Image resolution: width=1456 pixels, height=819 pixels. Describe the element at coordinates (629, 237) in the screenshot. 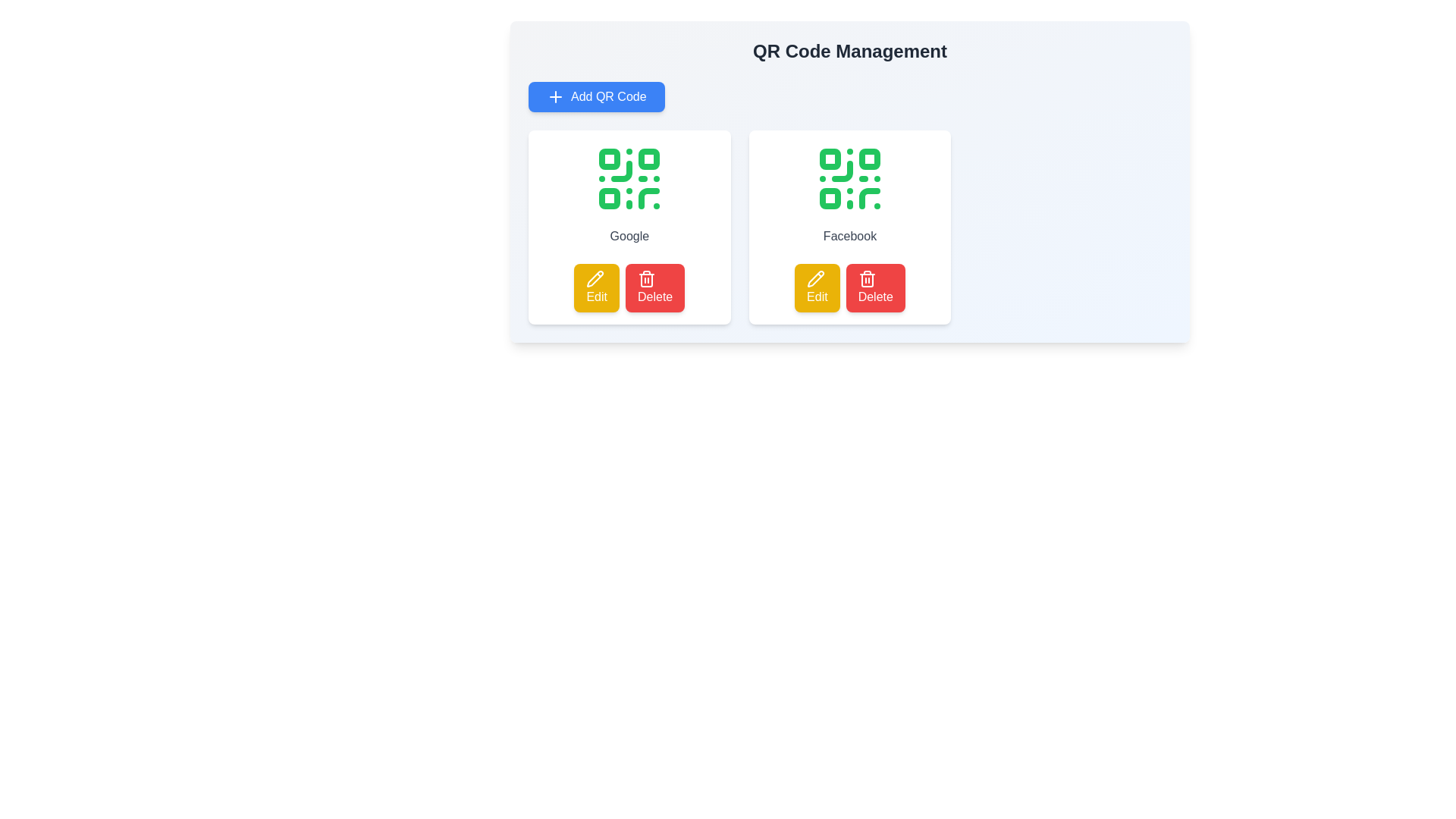

I see `'Google' label located in the top-left quadrant of the user interface, positioned beneath the green QR code icon and above the 'Edit' and 'Delete' buttons` at that location.